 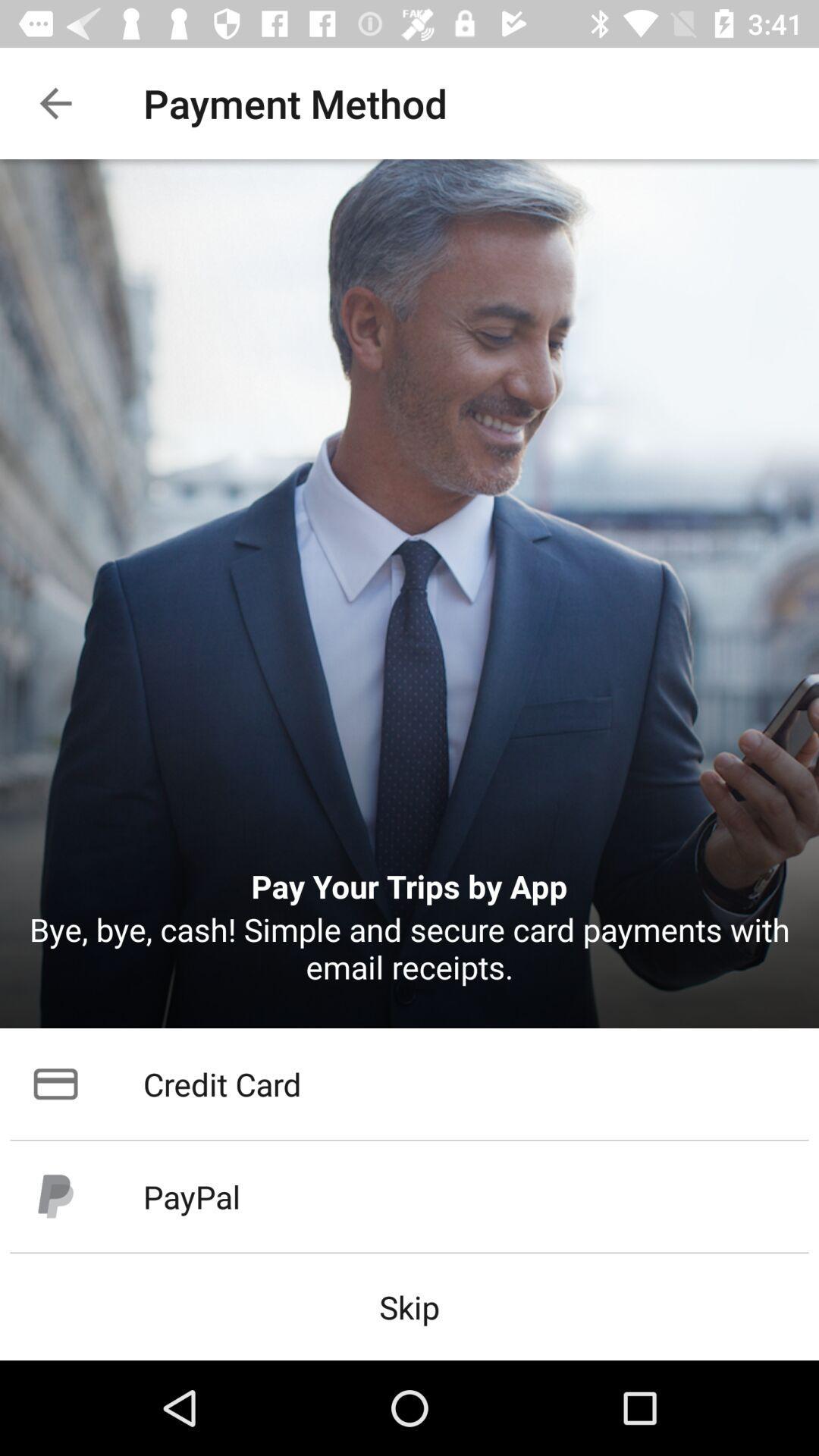 What do you see at coordinates (55, 102) in the screenshot?
I see `the item next to the payment method item` at bounding box center [55, 102].